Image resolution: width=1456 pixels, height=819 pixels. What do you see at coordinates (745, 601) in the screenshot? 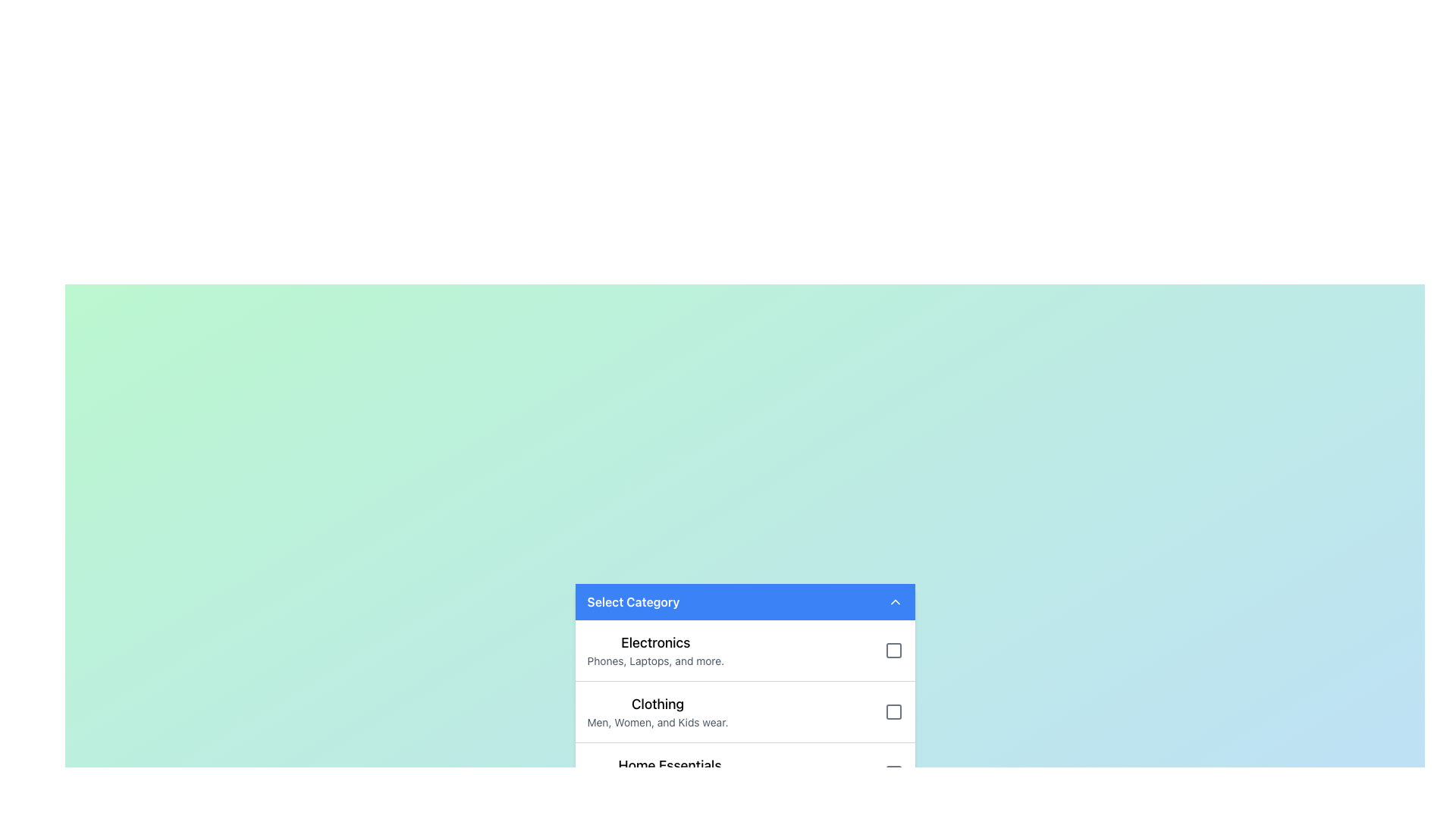
I see `the Dropdown toggle bar located at the top of the dropdown menu` at bounding box center [745, 601].